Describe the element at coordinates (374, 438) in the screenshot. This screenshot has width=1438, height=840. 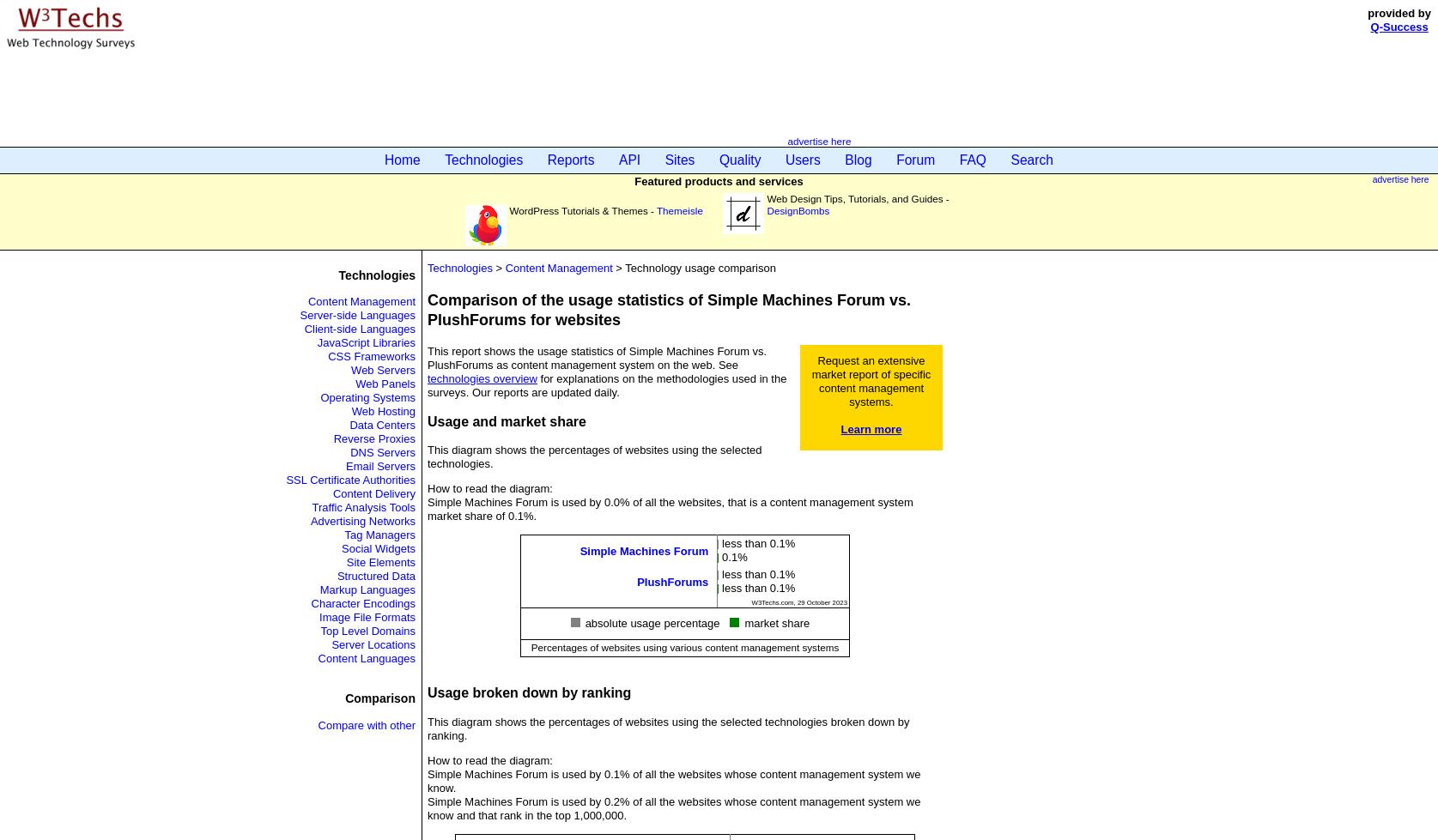
I see `'Reverse Proxies'` at that location.